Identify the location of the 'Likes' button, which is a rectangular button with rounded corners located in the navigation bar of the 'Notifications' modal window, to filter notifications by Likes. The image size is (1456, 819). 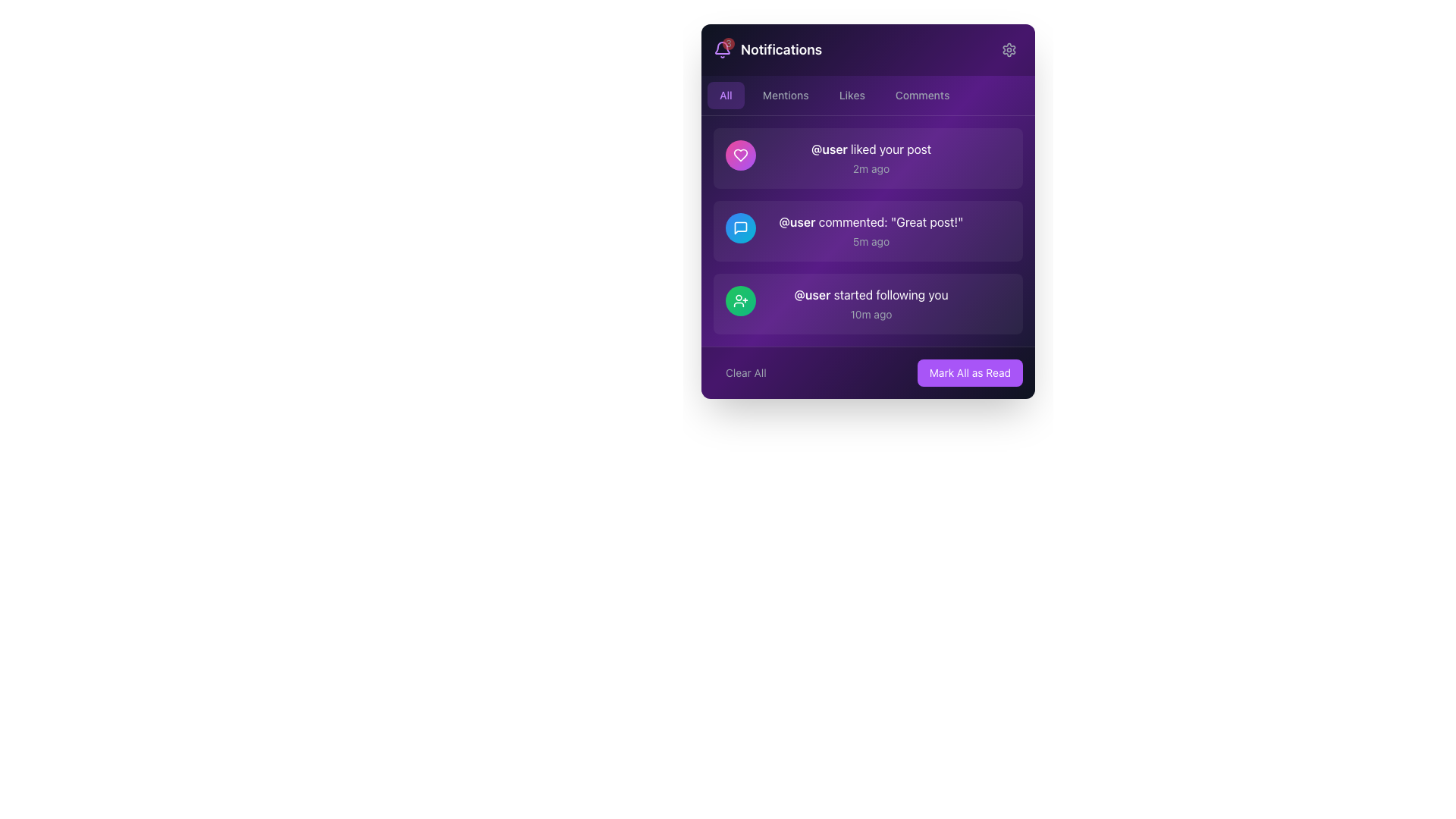
(852, 96).